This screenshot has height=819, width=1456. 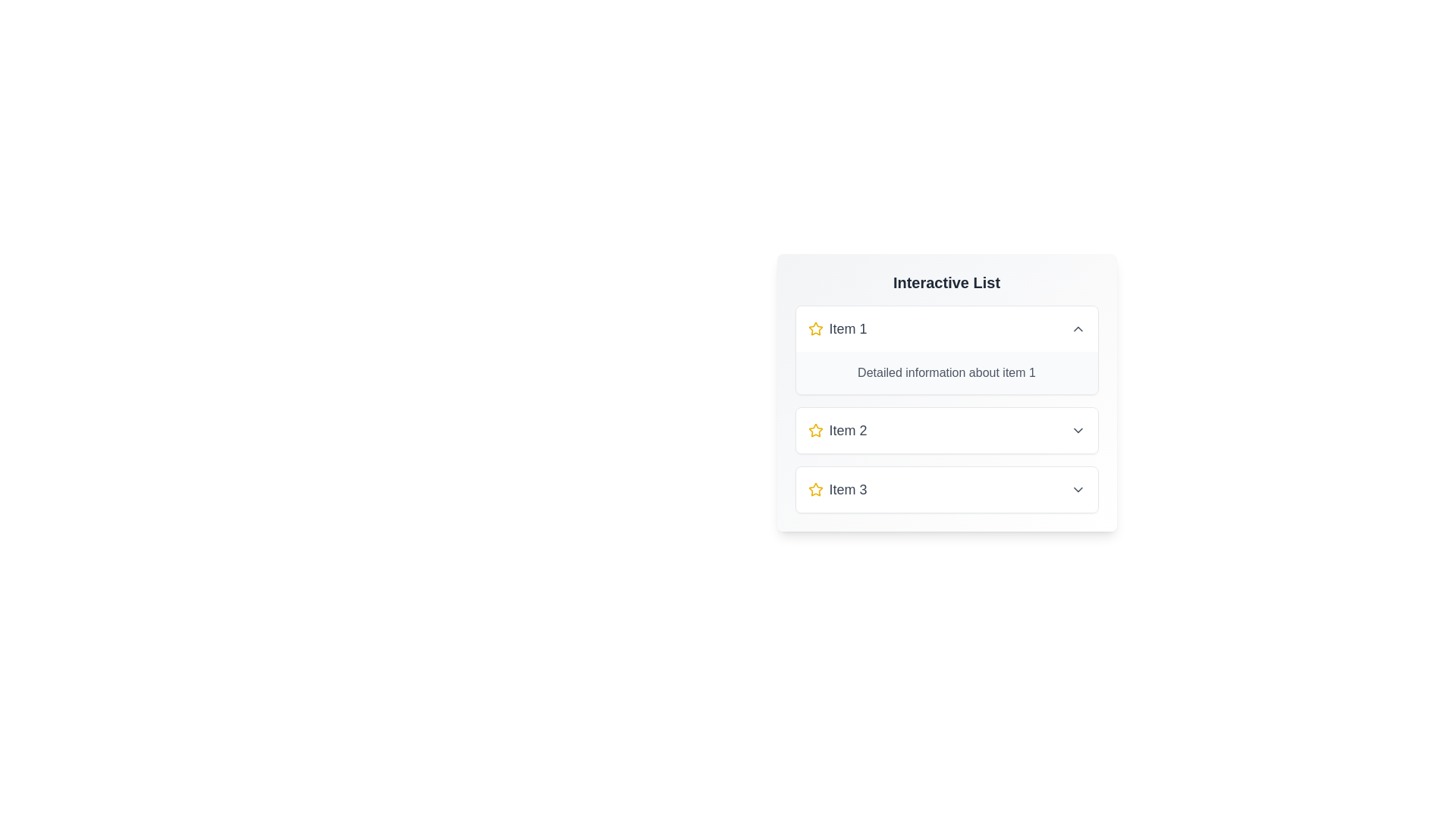 What do you see at coordinates (946, 489) in the screenshot?
I see `the title of Item 3 to toggle its expanded state` at bounding box center [946, 489].